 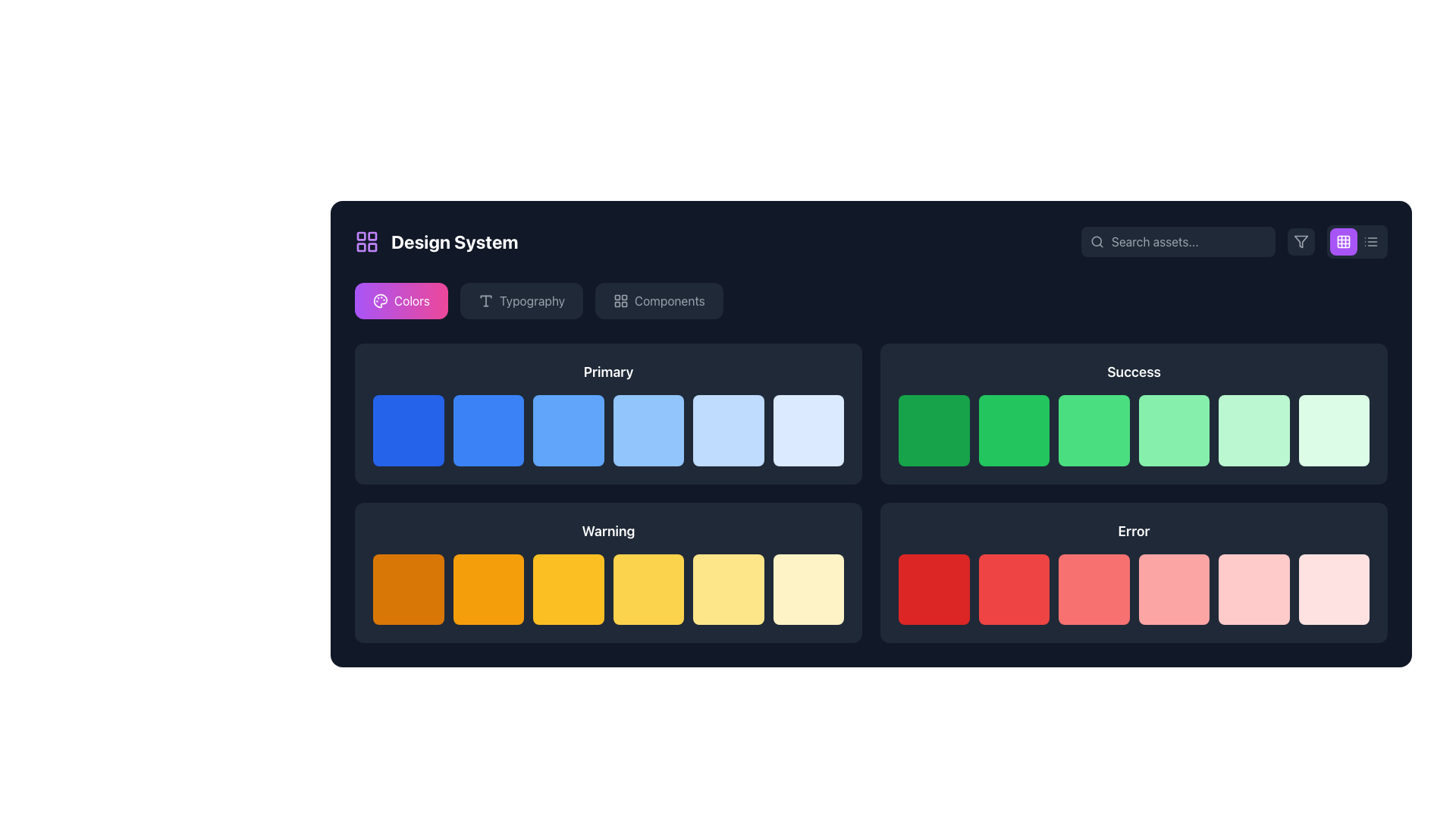 I want to click on the interactive color swatch representing a shade of green from the Success section of the grid layout, so click(x=1173, y=430).